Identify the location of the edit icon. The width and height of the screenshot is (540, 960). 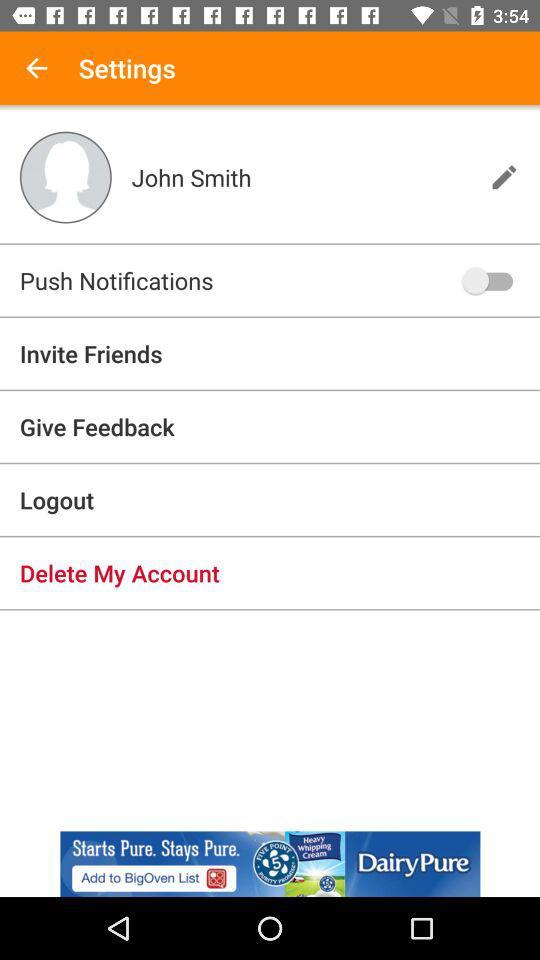
(503, 176).